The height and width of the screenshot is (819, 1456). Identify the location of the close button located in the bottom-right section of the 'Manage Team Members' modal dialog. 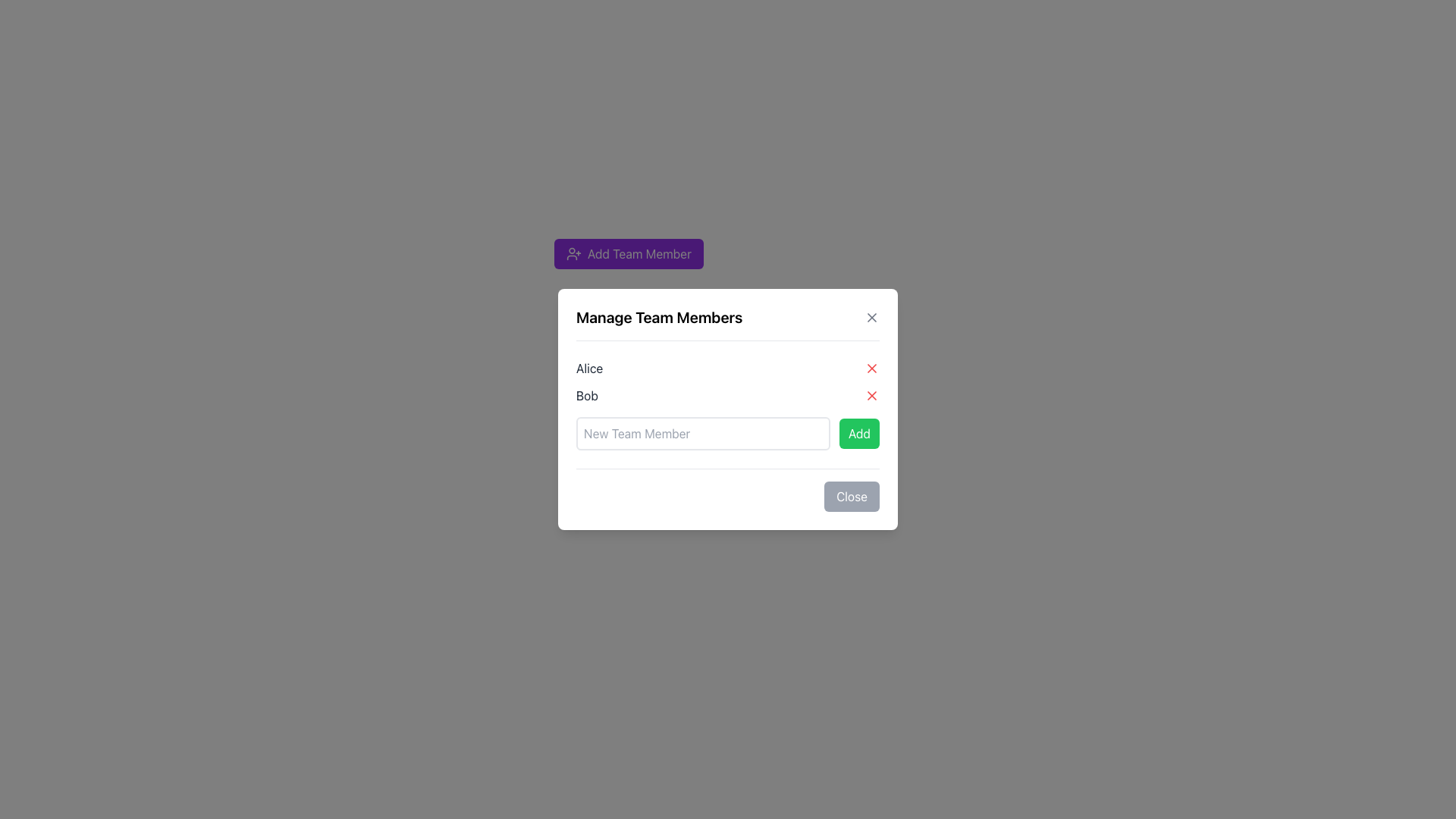
(852, 497).